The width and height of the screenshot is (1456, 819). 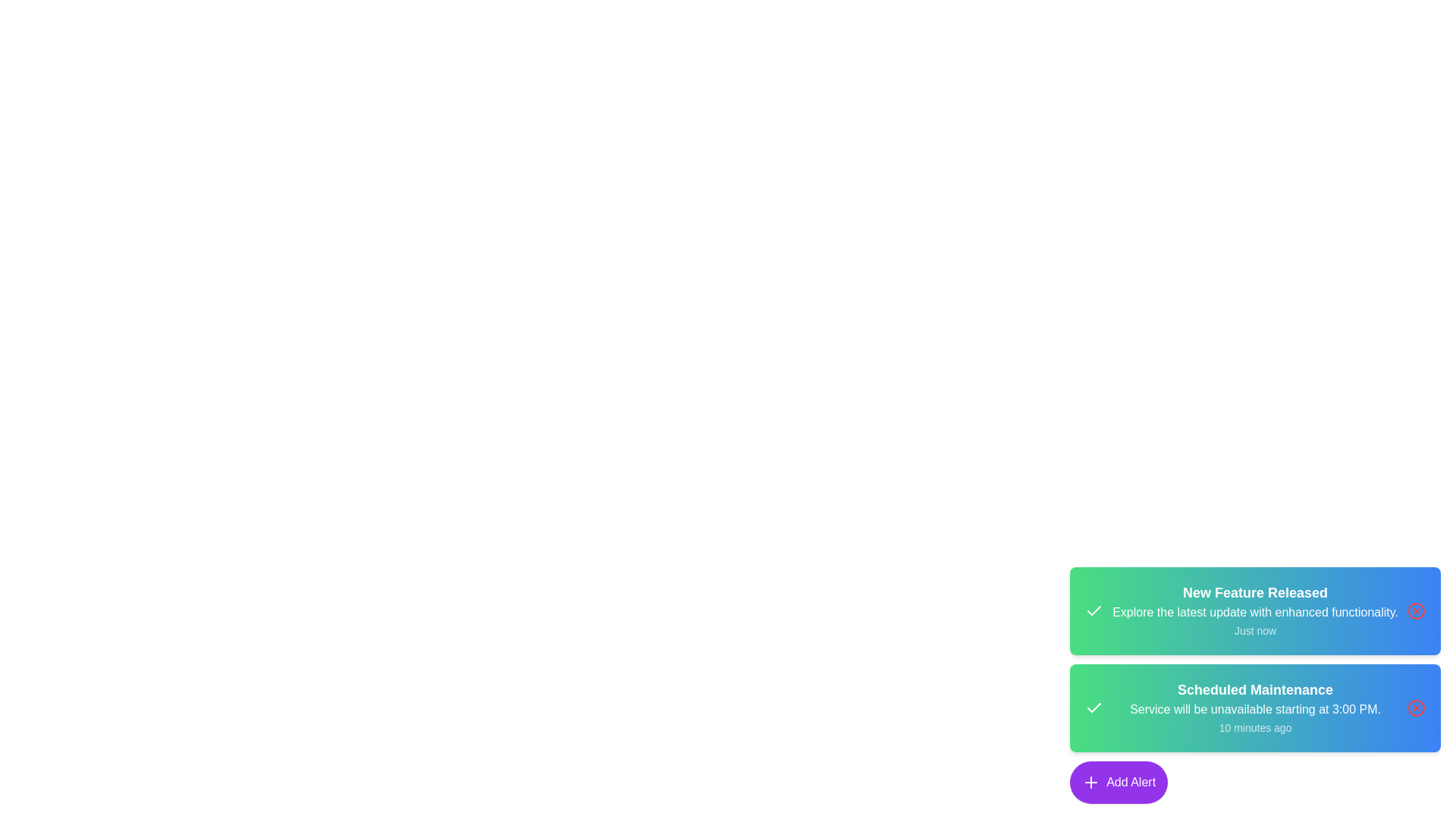 What do you see at coordinates (1415, 610) in the screenshot?
I see `close button of the alert to dismiss it` at bounding box center [1415, 610].